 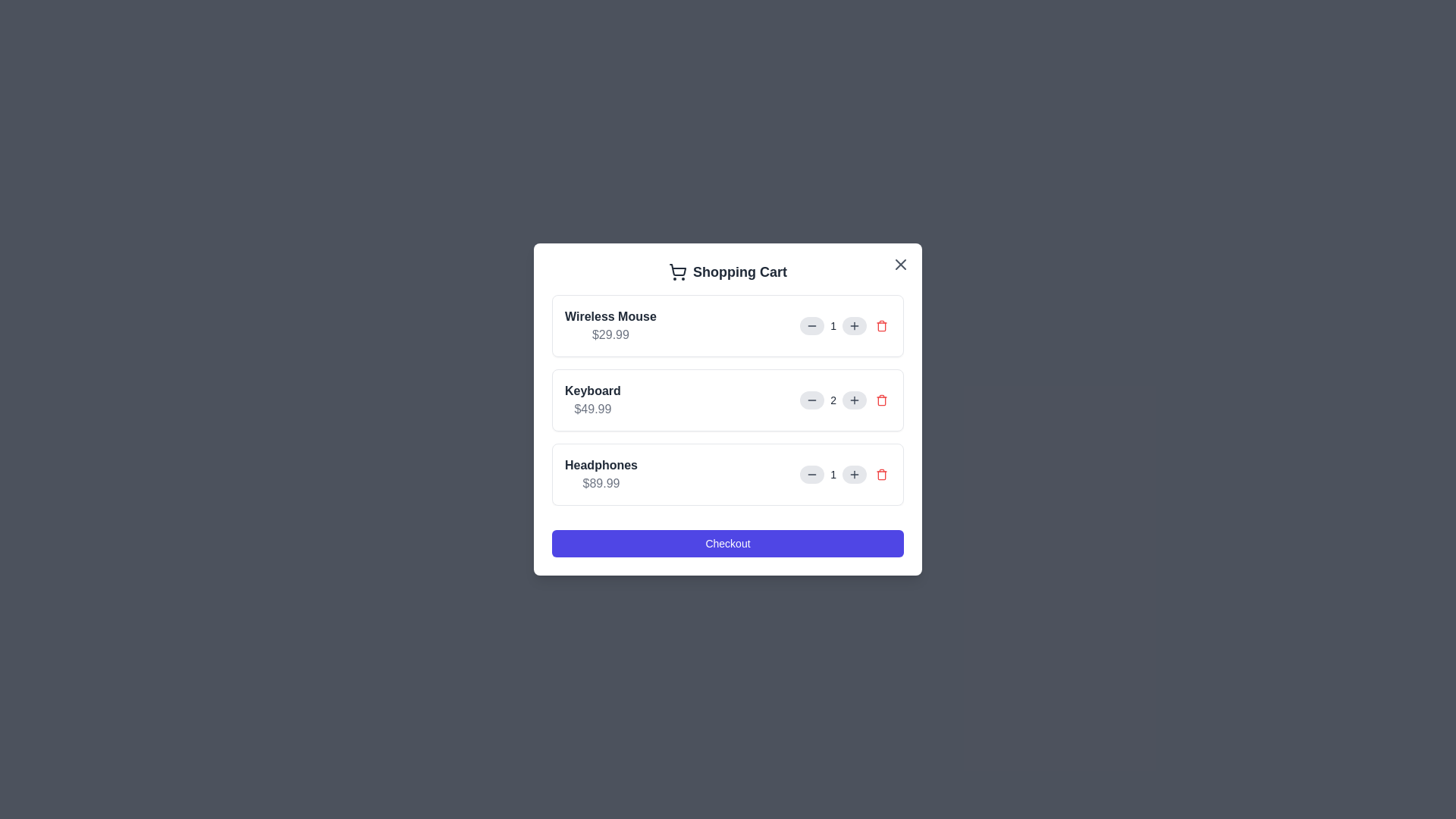 I want to click on the shopping cart icon, which is a minimalistic outline located to the left of the 'Shopping Cart' title in the modal header, so click(x=676, y=271).